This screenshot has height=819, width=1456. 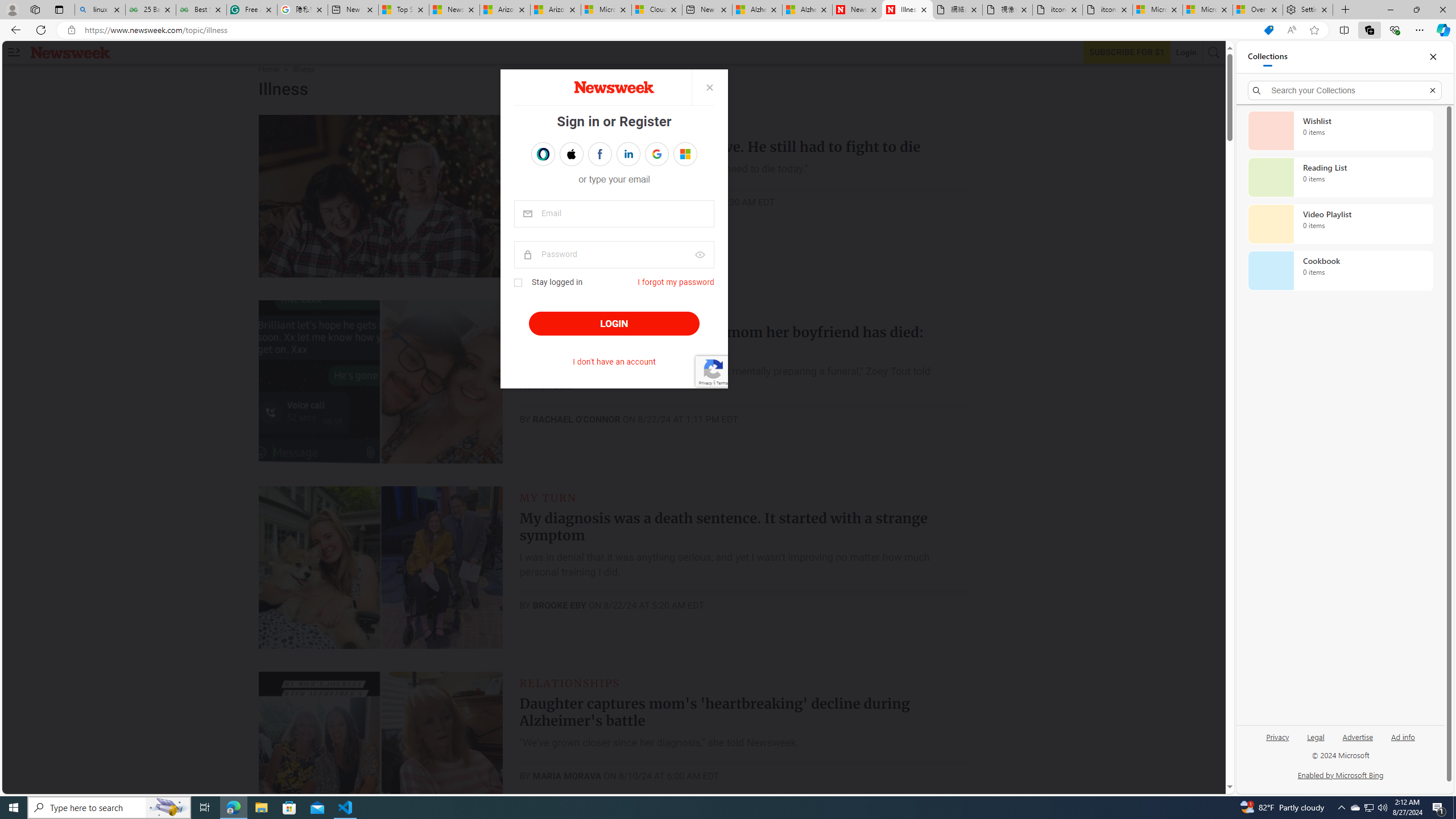 What do you see at coordinates (1314, 741) in the screenshot?
I see `'Legal'` at bounding box center [1314, 741].